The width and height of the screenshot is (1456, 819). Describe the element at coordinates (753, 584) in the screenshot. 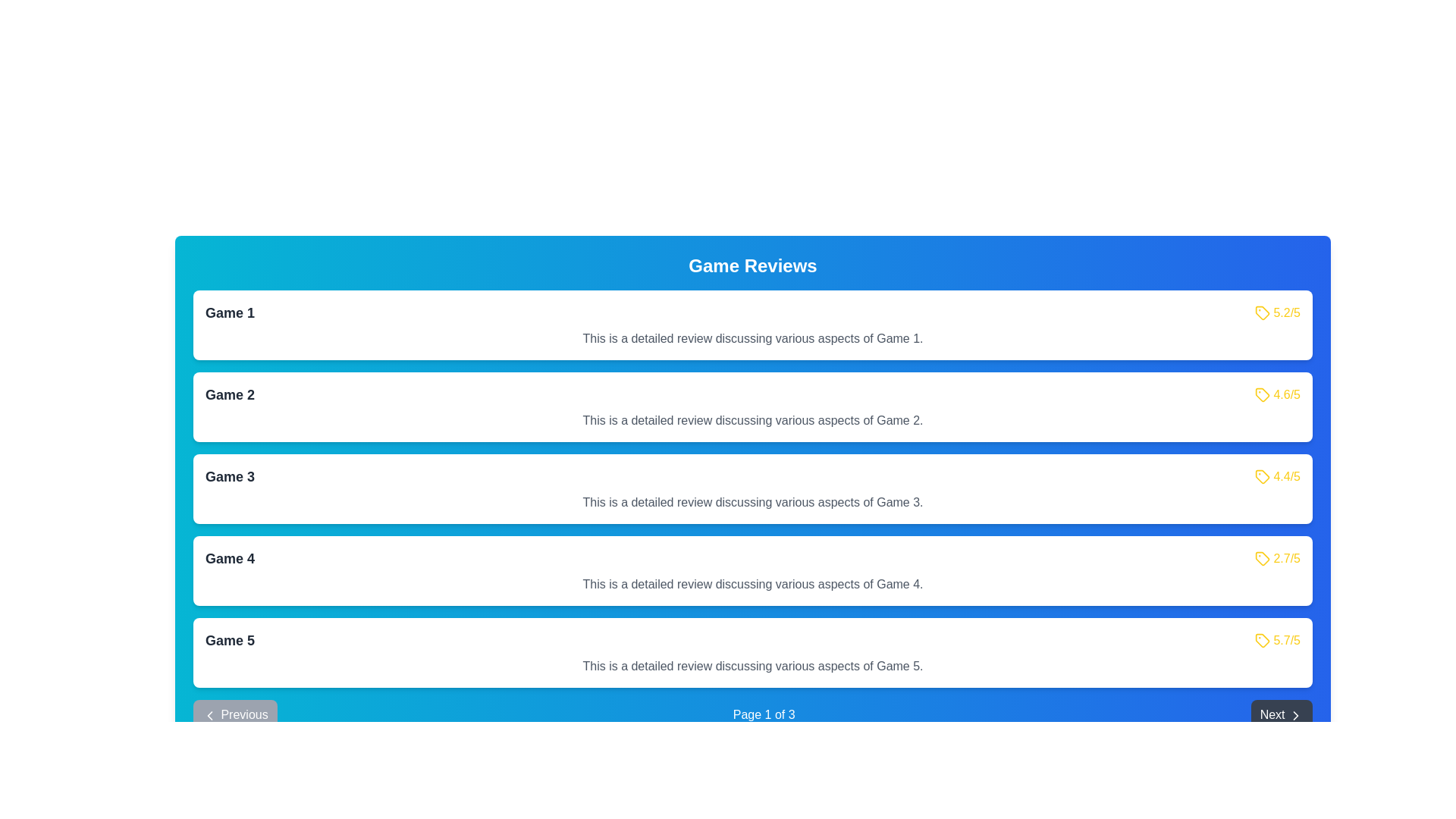

I see `the static text element stating 'This is a detailed review discussing various aspects of Game 4.' which is located at the center of the review card for 'Game 4'` at that location.